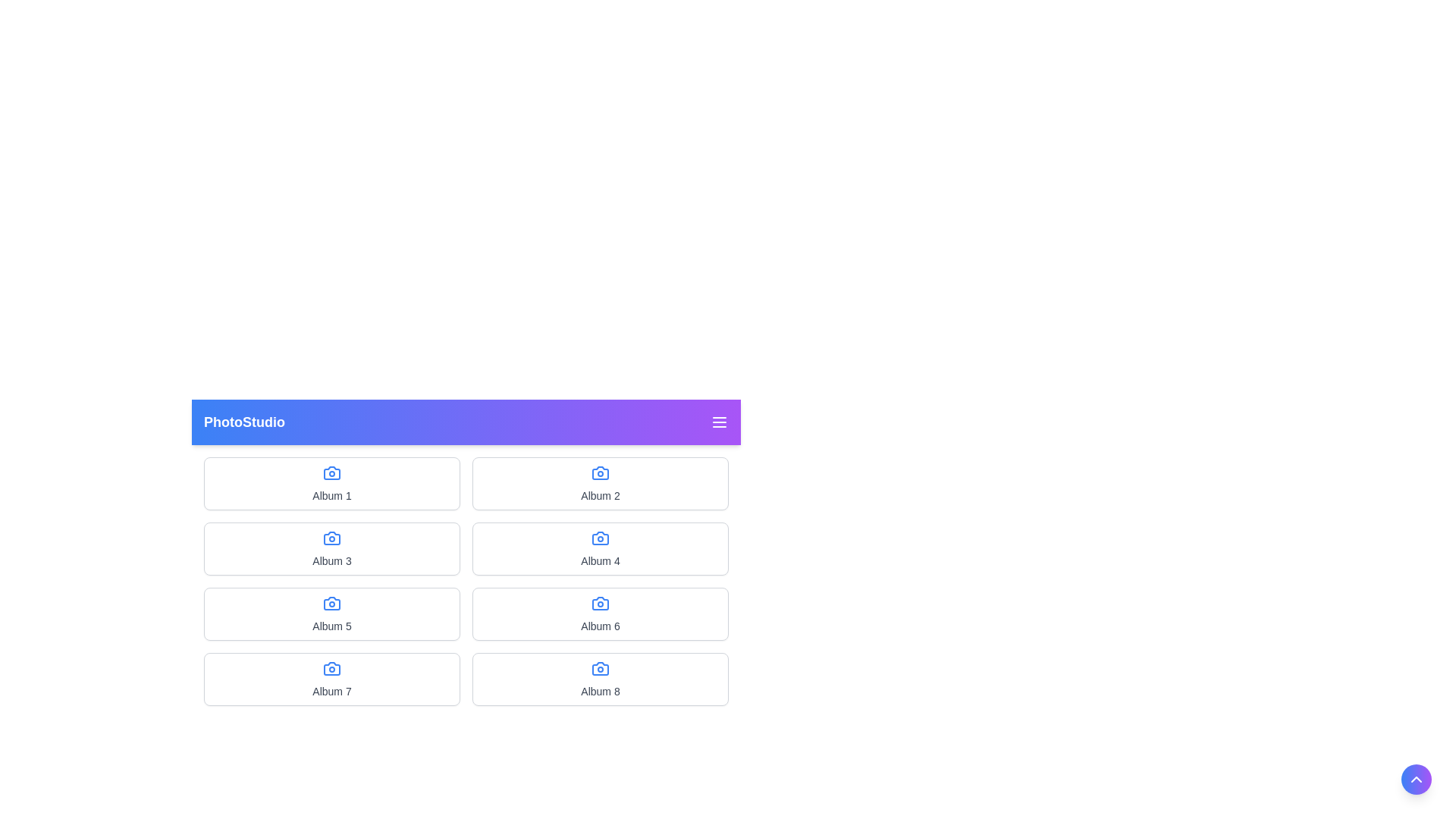 This screenshot has height=819, width=1456. What do you see at coordinates (600, 602) in the screenshot?
I see `the camera icon located in the sixth item of the grid layout labeled 'Album 6', positioned below the title 'PhotoStudio'` at bounding box center [600, 602].